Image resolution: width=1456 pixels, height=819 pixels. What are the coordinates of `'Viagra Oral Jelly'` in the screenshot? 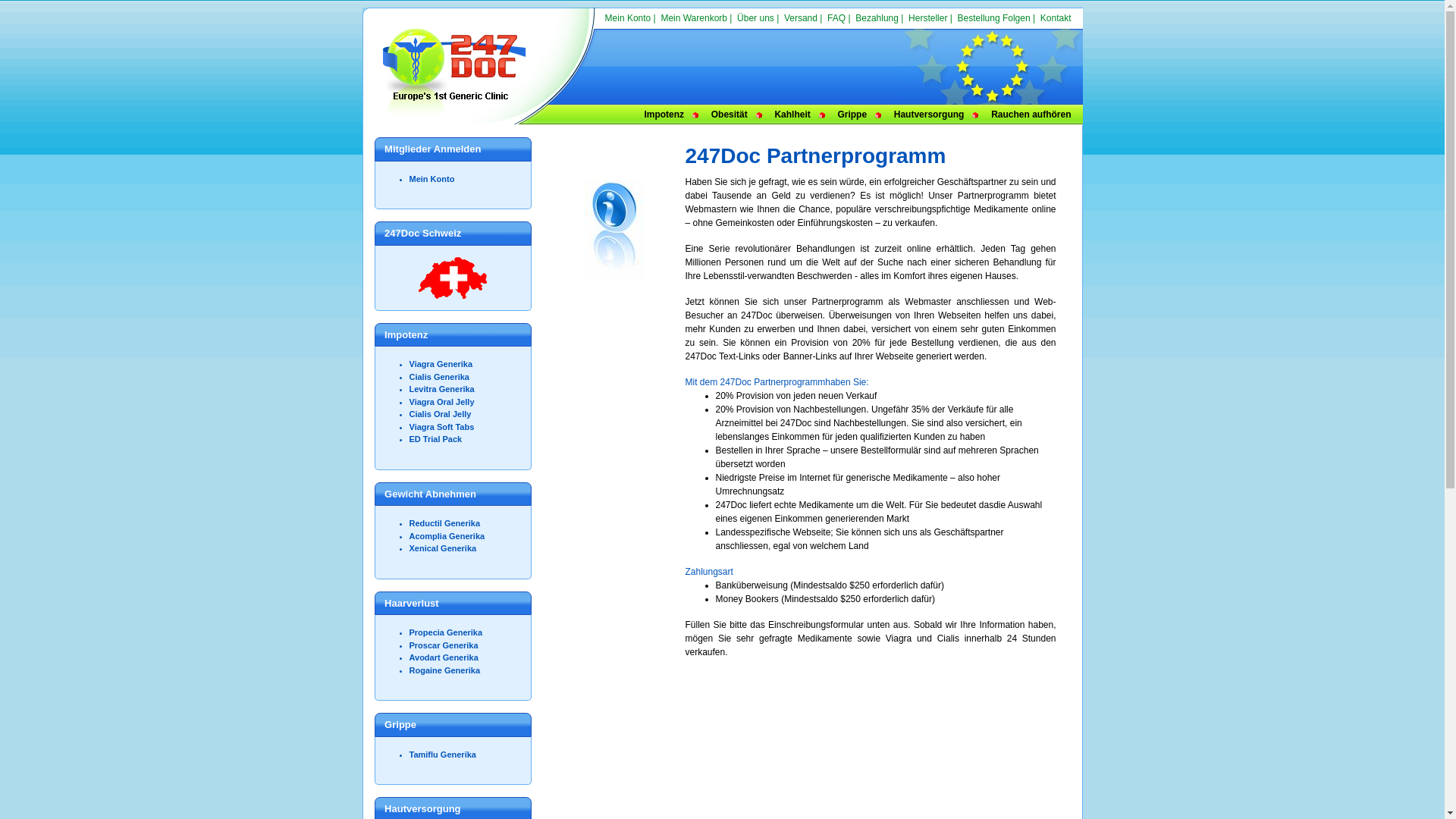 It's located at (441, 400).